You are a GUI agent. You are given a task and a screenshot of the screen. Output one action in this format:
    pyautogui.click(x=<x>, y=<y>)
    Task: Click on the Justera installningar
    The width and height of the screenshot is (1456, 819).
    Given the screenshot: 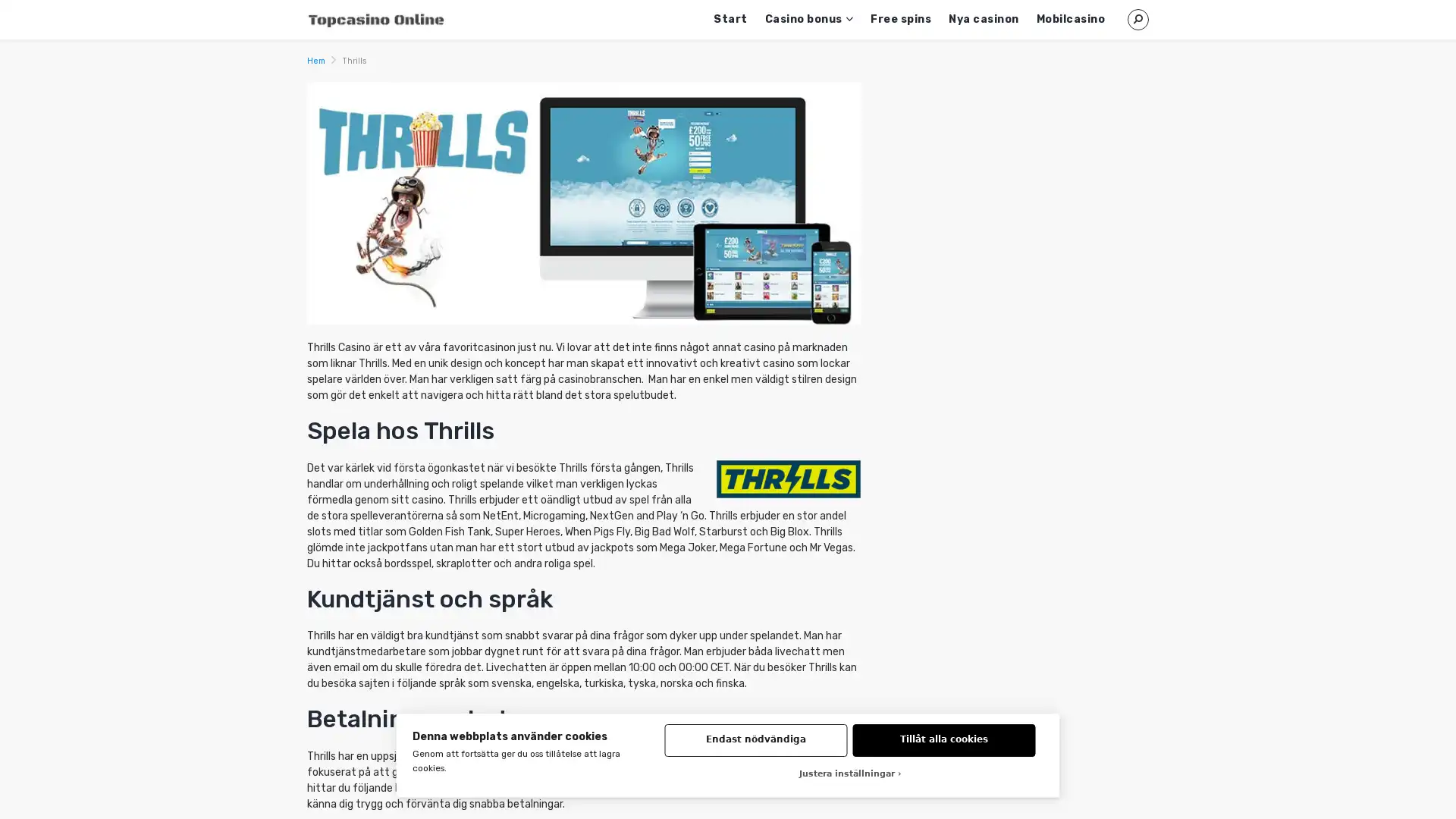 What is the action you would take?
    pyautogui.click(x=850, y=774)
    